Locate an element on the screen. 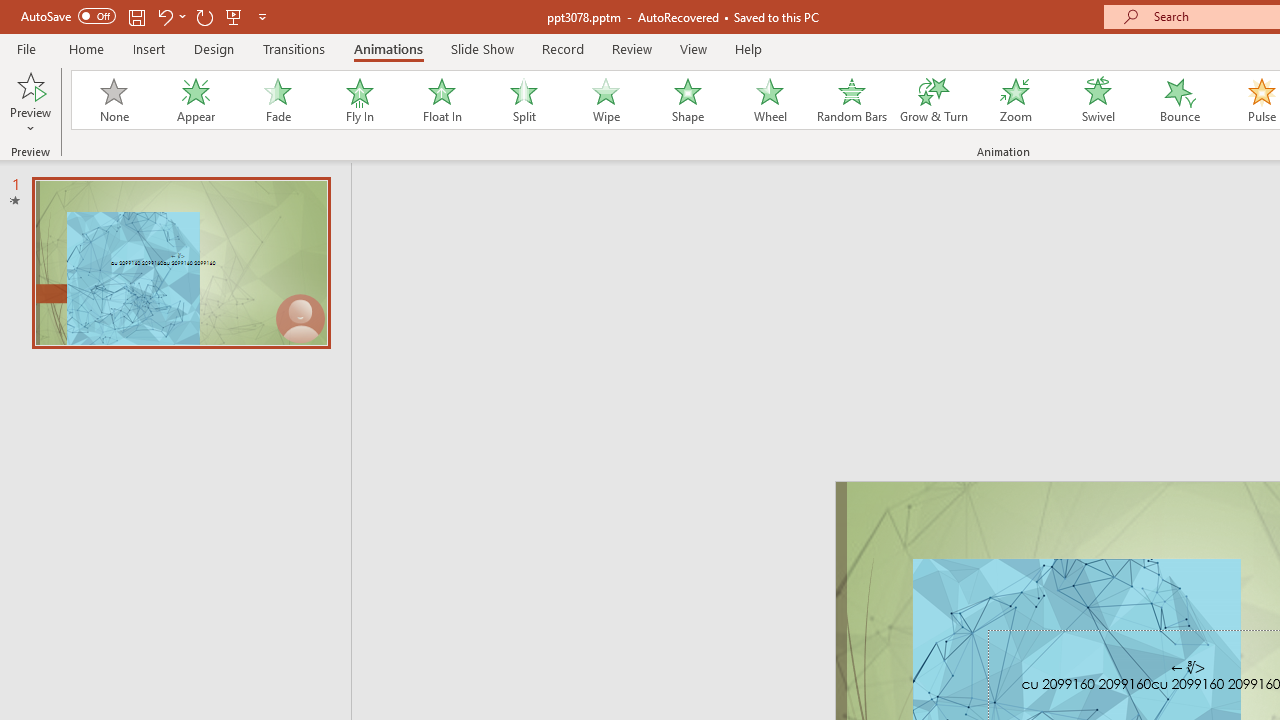 The image size is (1280, 720). 'Bounce' is located at coordinates (1180, 100).